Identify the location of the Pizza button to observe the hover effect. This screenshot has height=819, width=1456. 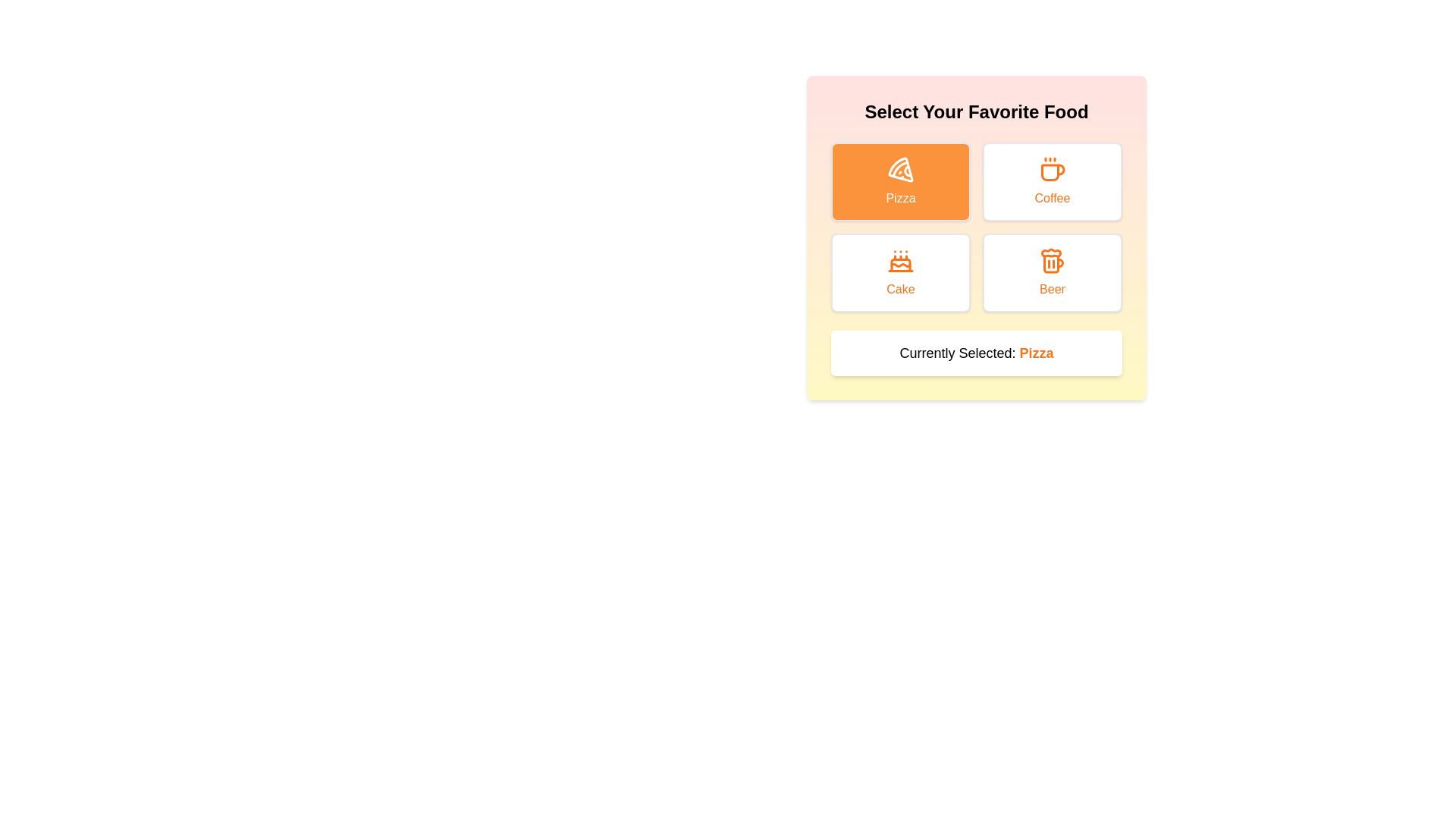
(901, 180).